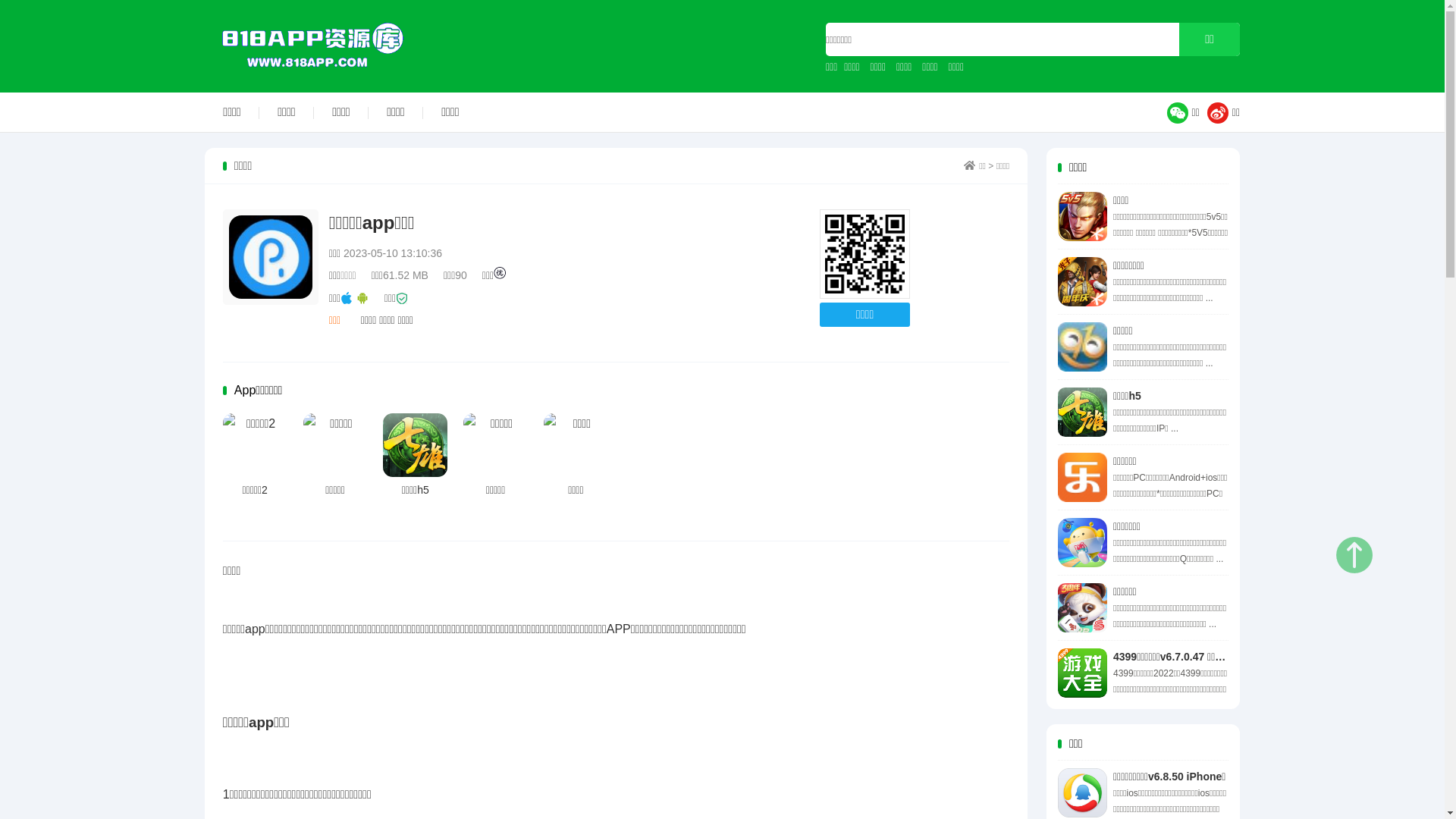 The image size is (1456, 819). Describe the element at coordinates (864, 253) in the screenshot. I see `'http://www.818app.com'` at that location.